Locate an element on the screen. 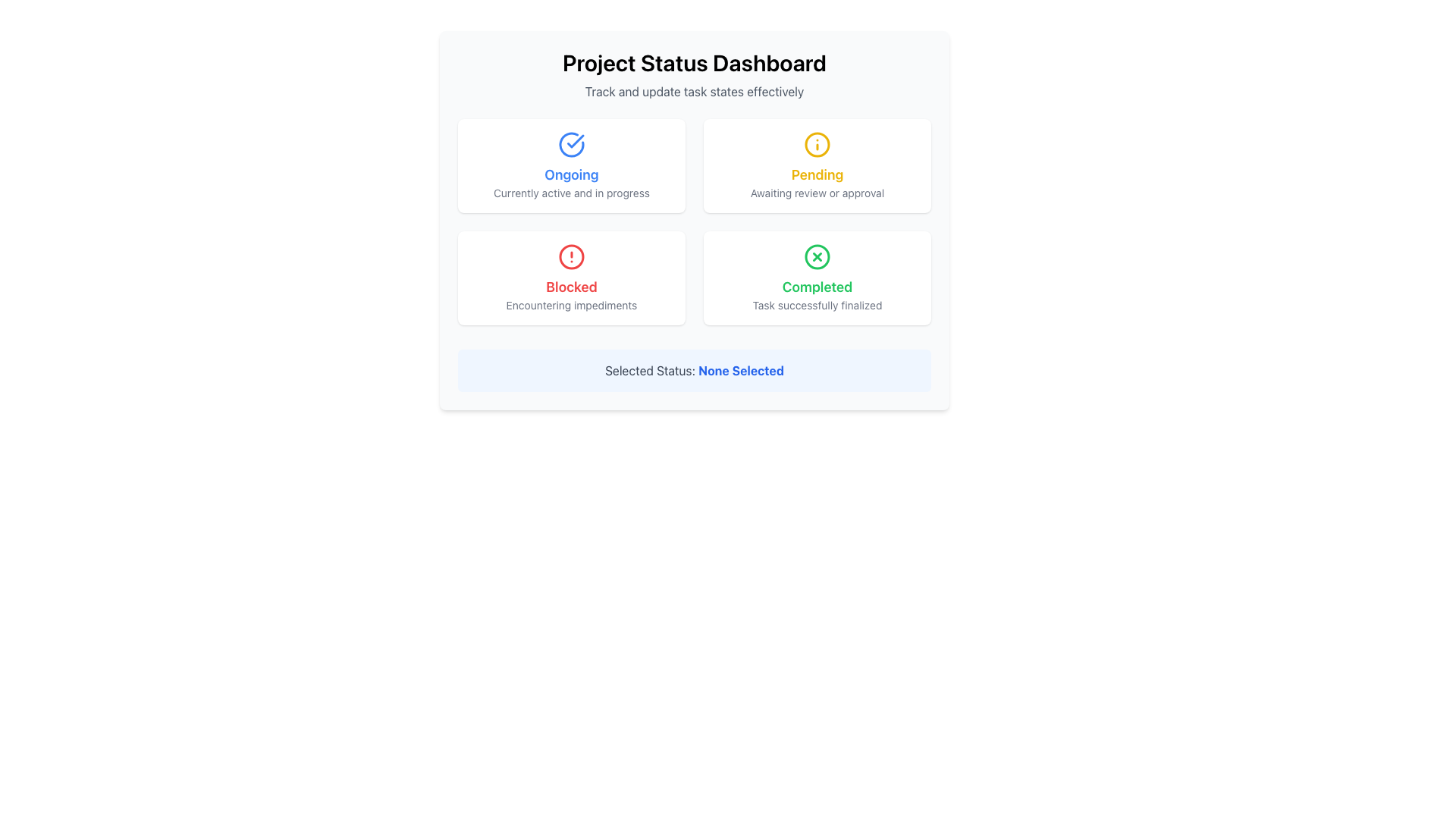  the Icon component represented by a diagonal line crossing from the top-right to the bottom-left corner of the square shape inside the 'Completed' status card in the dashboard is located at coordinates (817, 256).